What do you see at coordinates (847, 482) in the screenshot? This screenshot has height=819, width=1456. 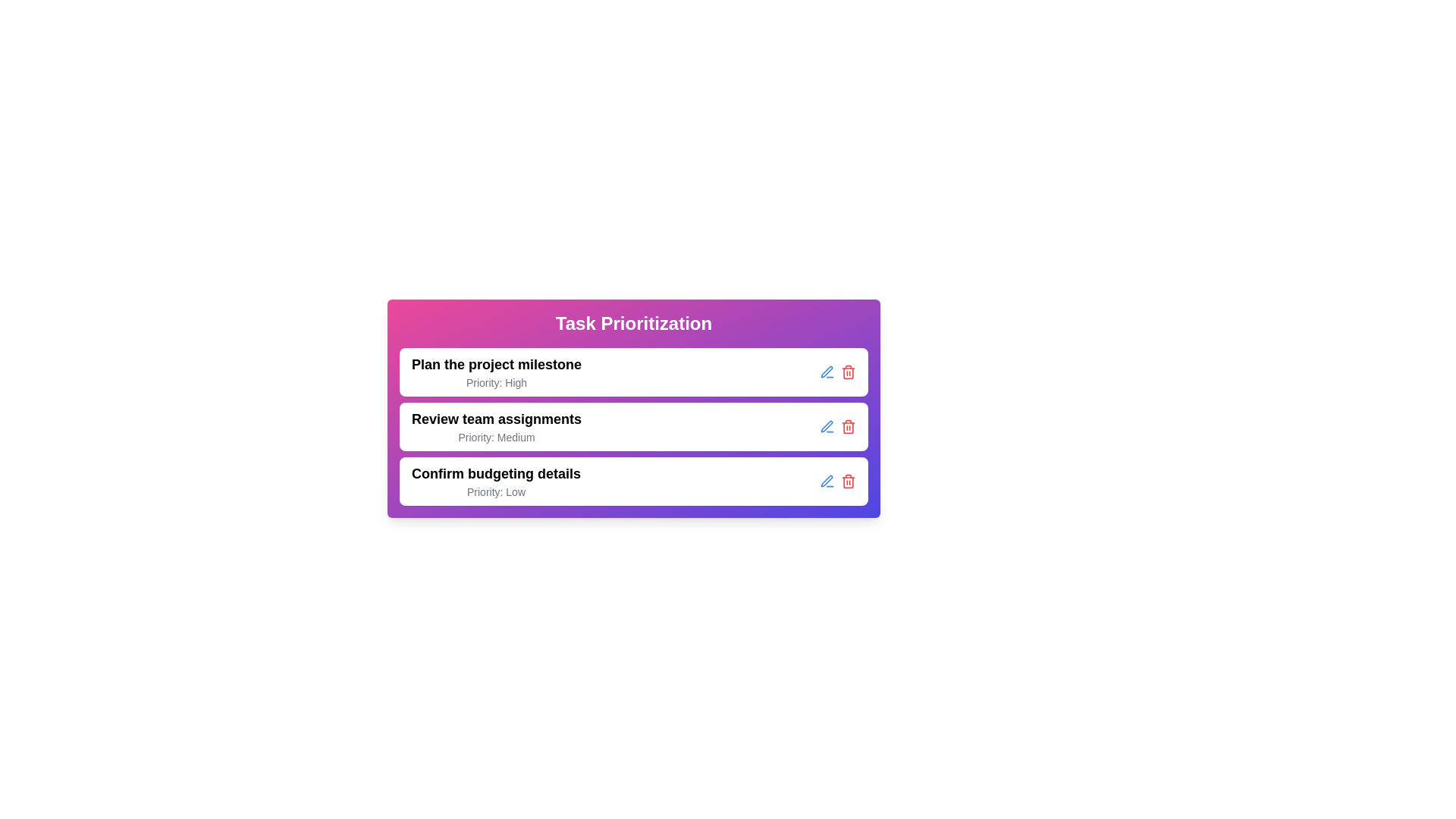 I see `the delete button with a trash can icon, located at the far right of the row for the task titled 'Confirm budgeting details'` at bounding box center [847, 482].